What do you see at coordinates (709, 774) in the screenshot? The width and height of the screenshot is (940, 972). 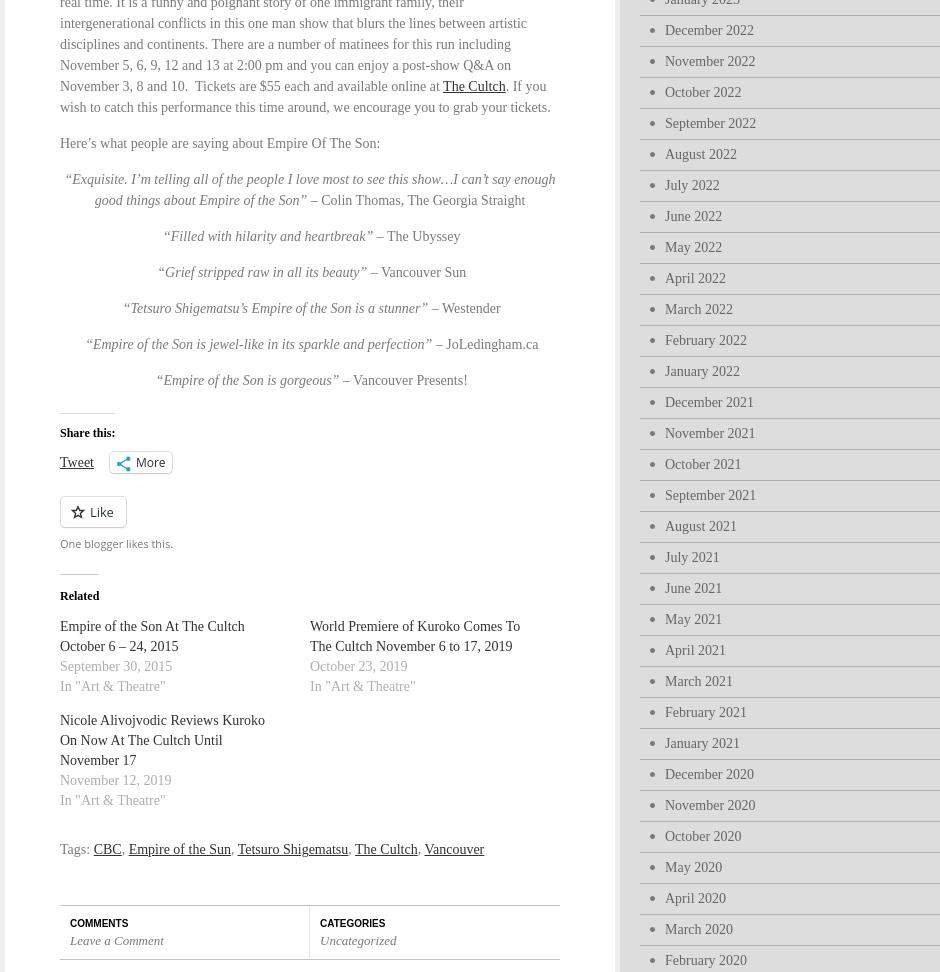 I see `'December 2020'` at bounding box center [709, 774].